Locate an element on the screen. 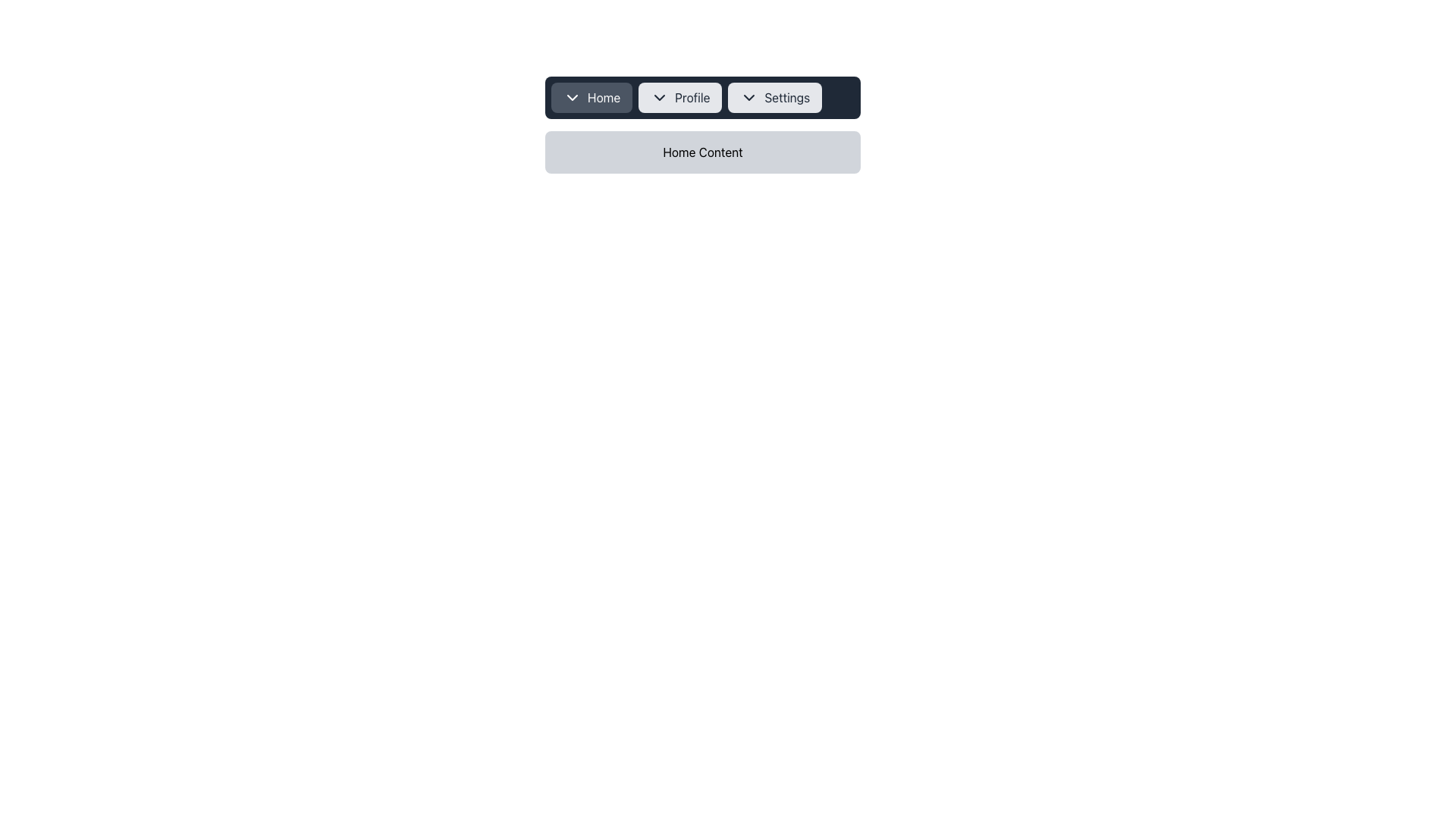  the second button in the horizontal row, located between 'Home' and 'Settings' is located at coordinates (679, 97).